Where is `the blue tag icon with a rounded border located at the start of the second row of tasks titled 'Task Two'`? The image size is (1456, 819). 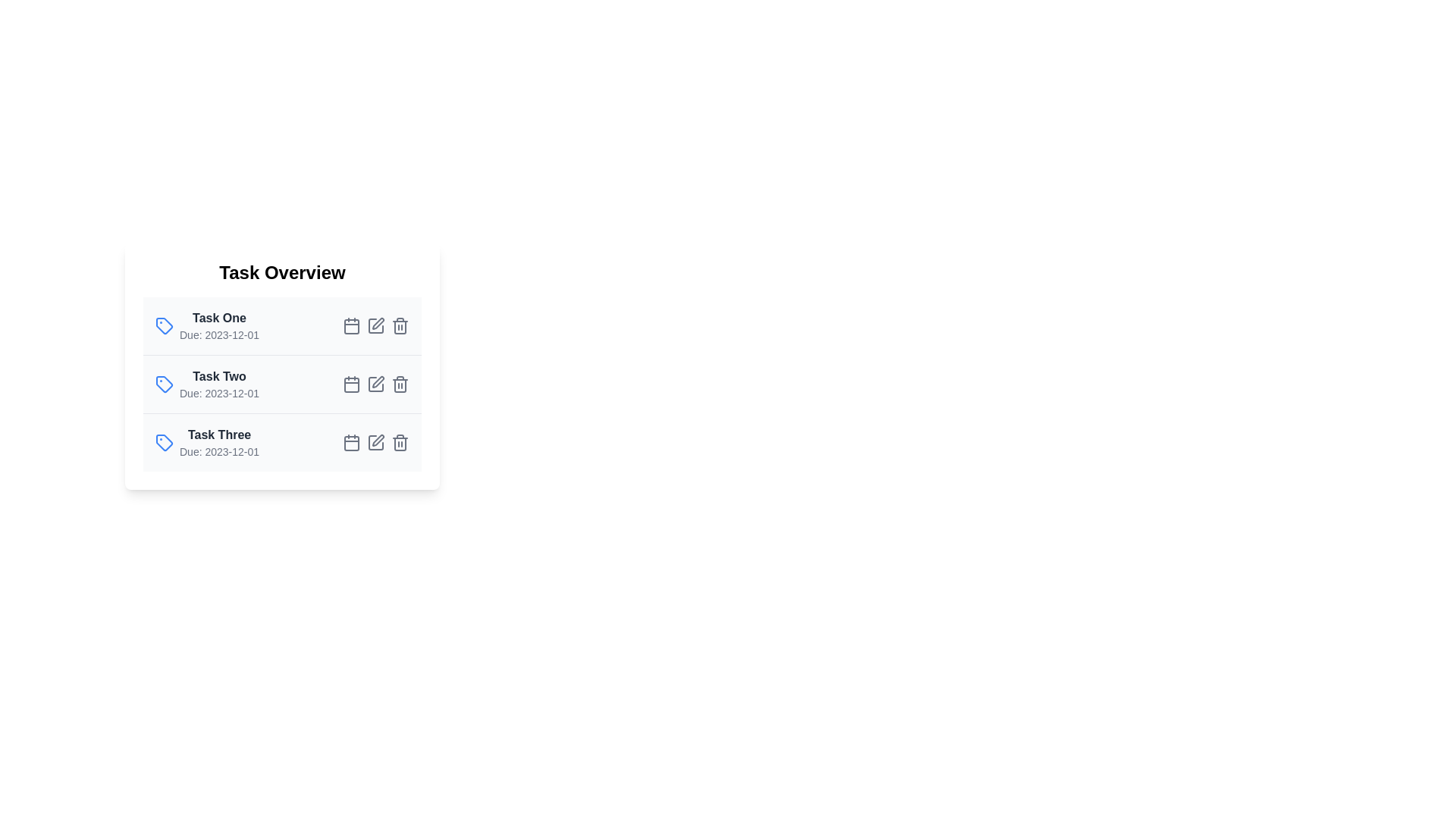 the blue tag icon with a rounded border located at the start of the second row of tasks titled 'Task Two' is located at coordinates (164, 383).